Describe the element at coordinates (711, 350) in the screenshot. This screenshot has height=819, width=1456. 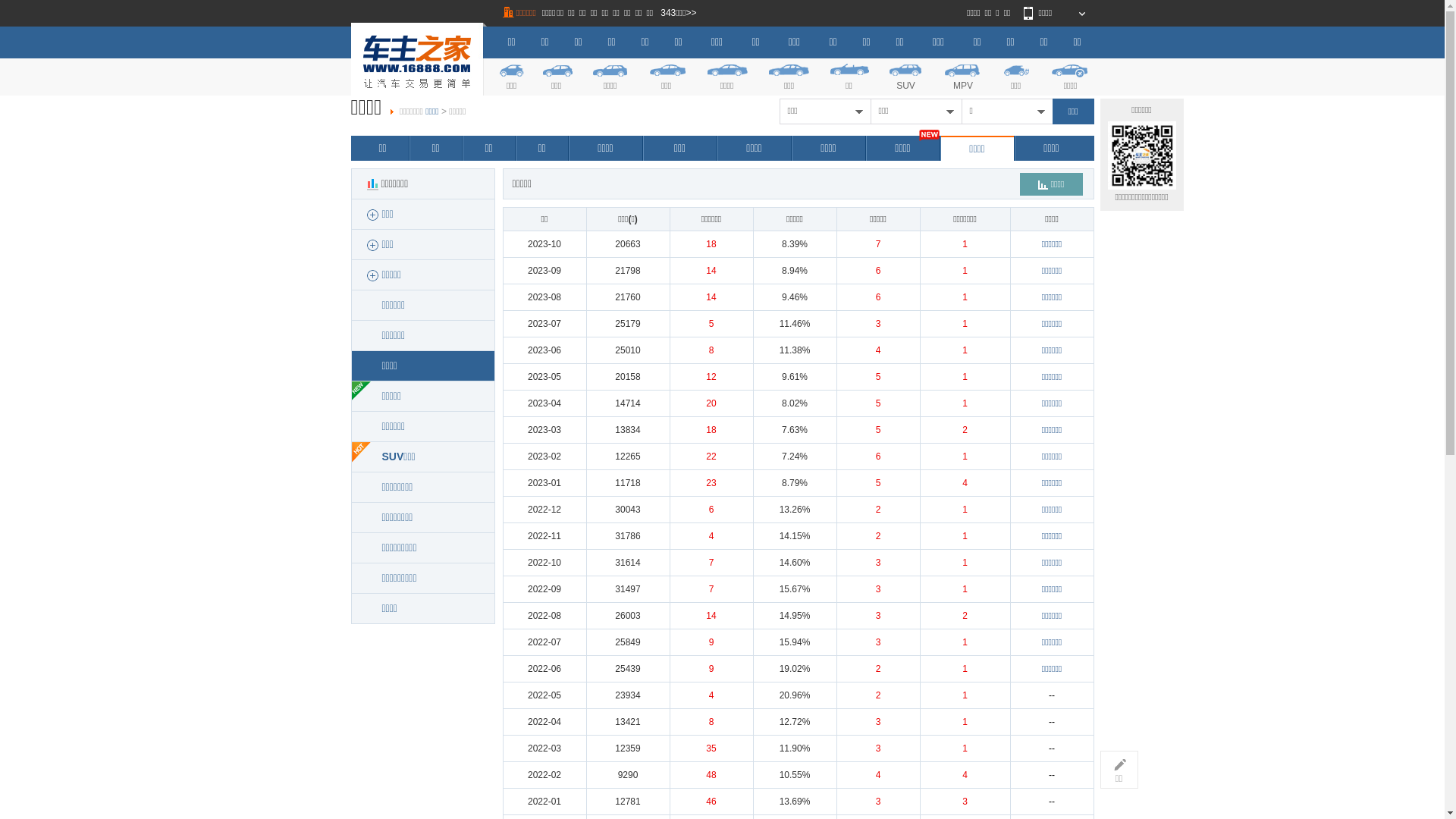
I see `'8'` at that location.